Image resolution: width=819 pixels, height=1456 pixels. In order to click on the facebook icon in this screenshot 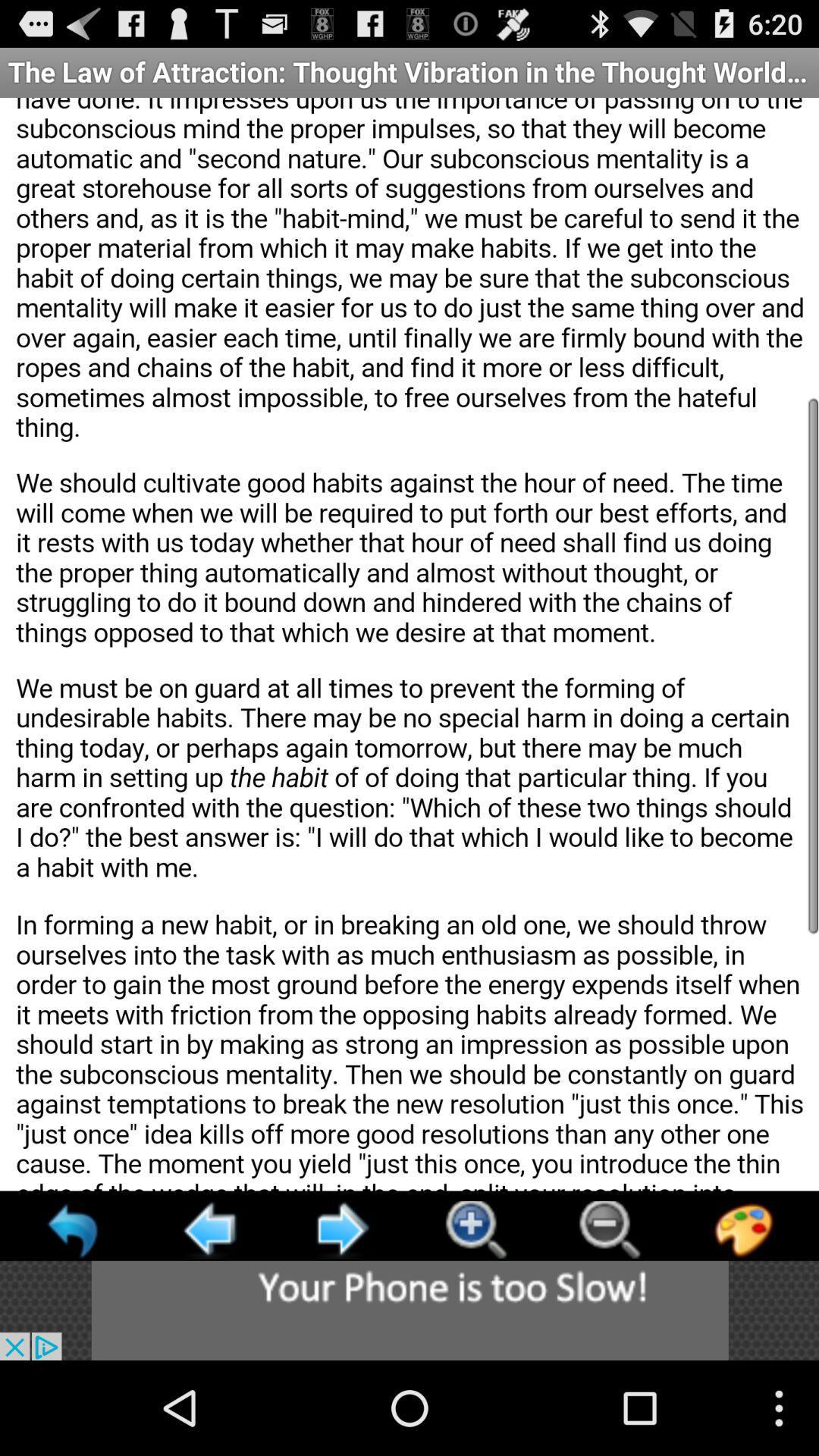, I will do `click(742, 1315)`.